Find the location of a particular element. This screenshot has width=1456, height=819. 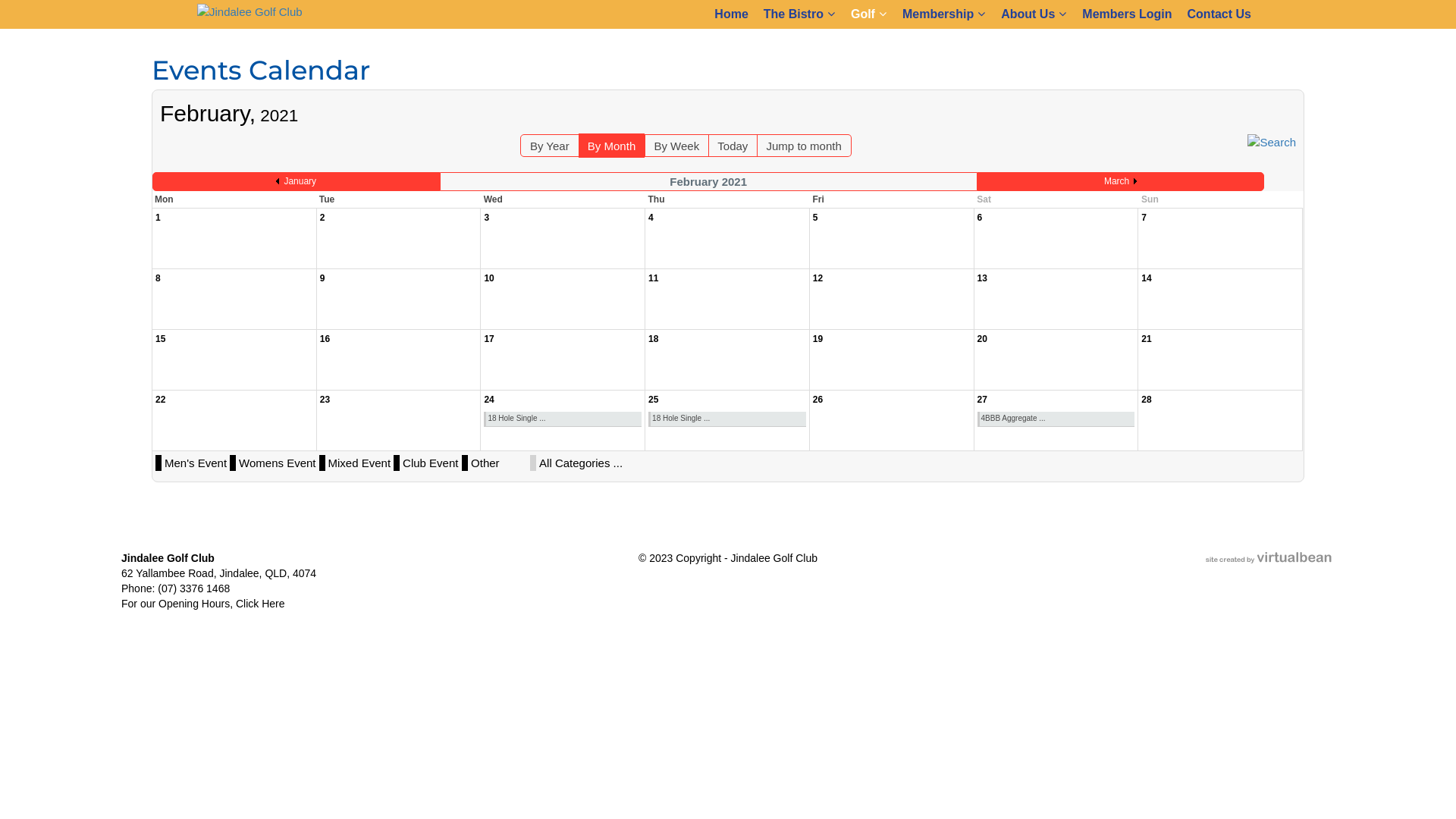

'17' is located at coordinates (483, 338).